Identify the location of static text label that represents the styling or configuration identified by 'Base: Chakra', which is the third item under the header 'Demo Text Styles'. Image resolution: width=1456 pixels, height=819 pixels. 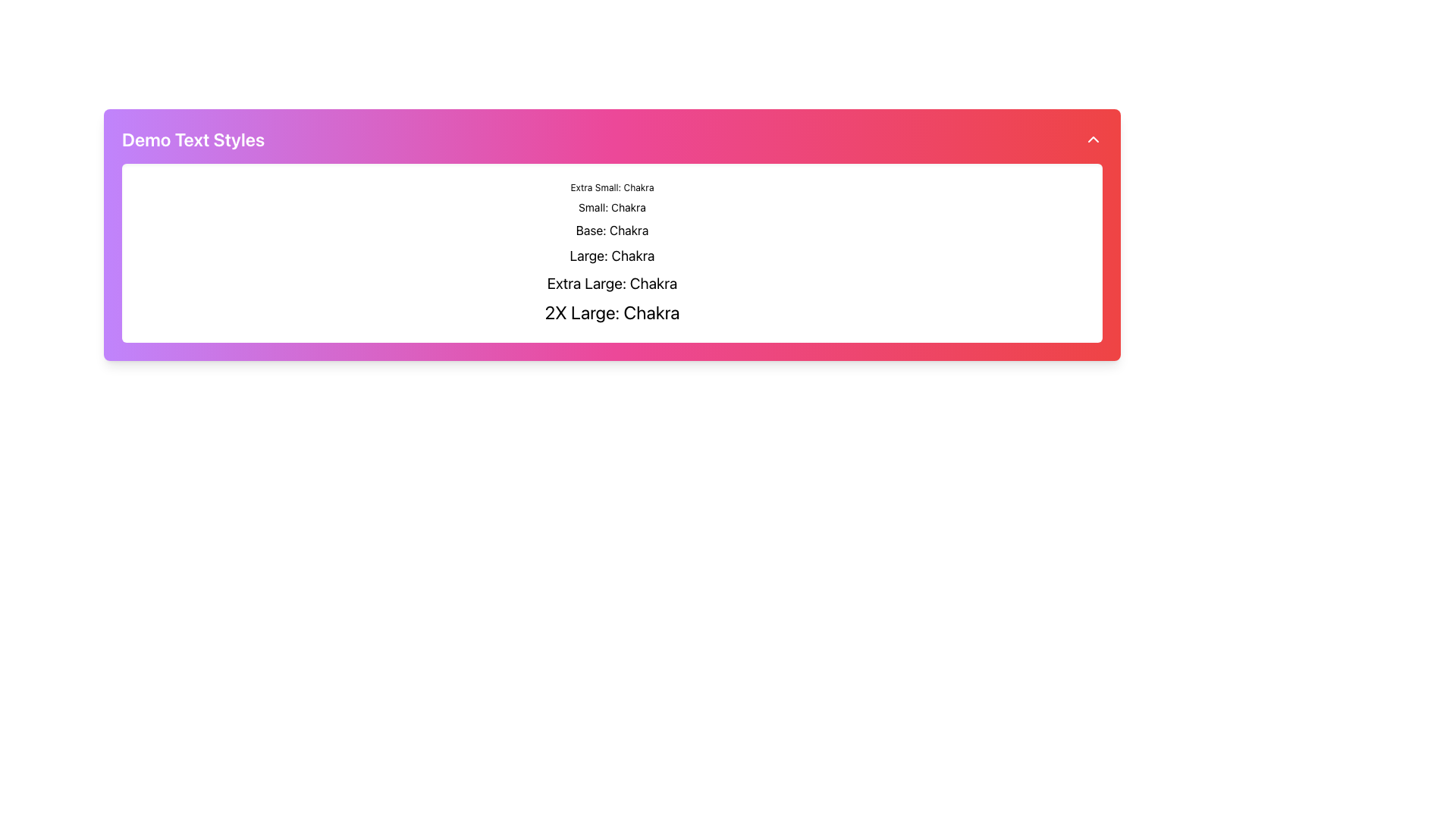
(612, 231).